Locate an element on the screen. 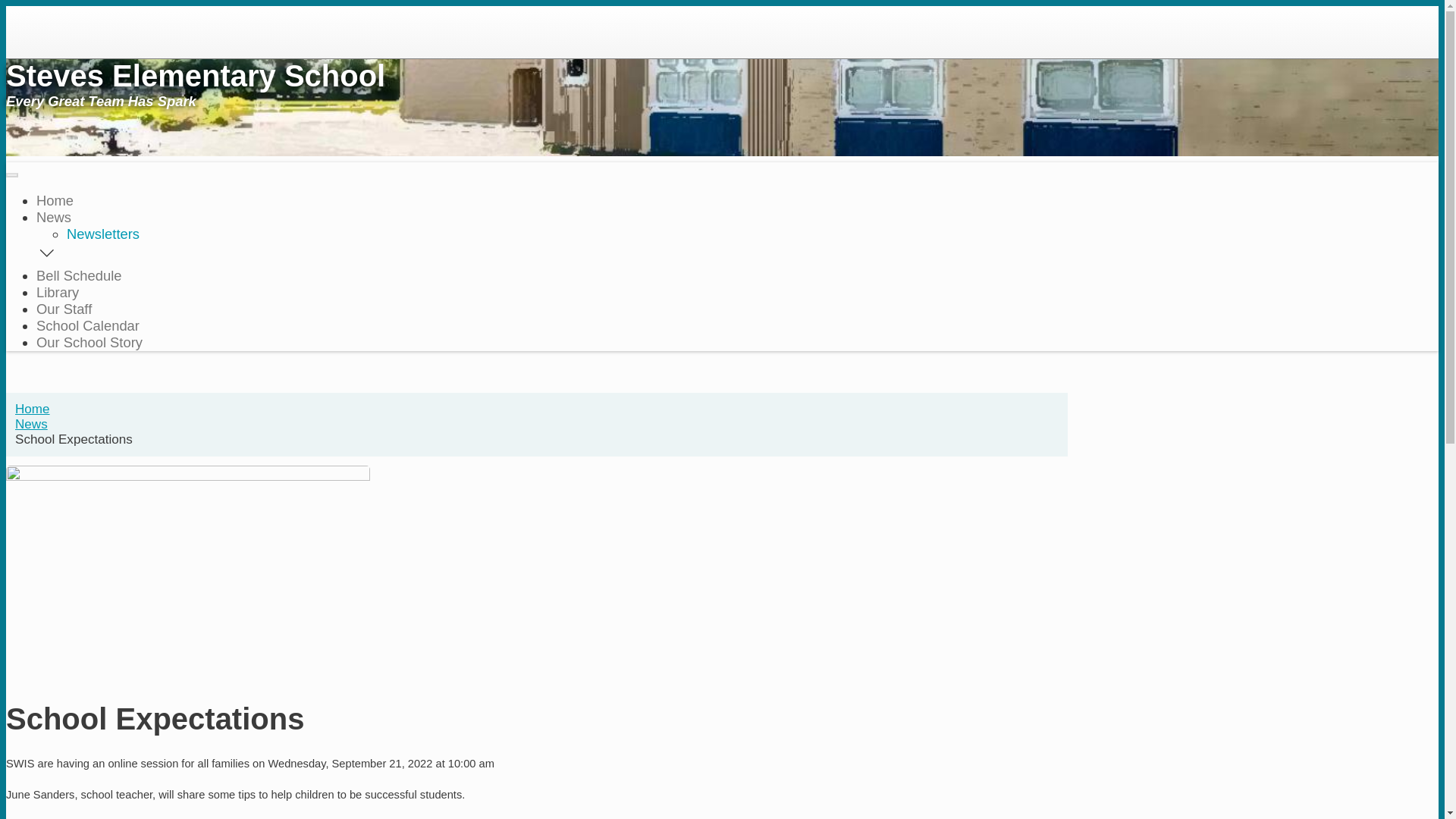 The height and width of the screenshot is (819, 1456). 'News' is located at coordinates (54, 217).